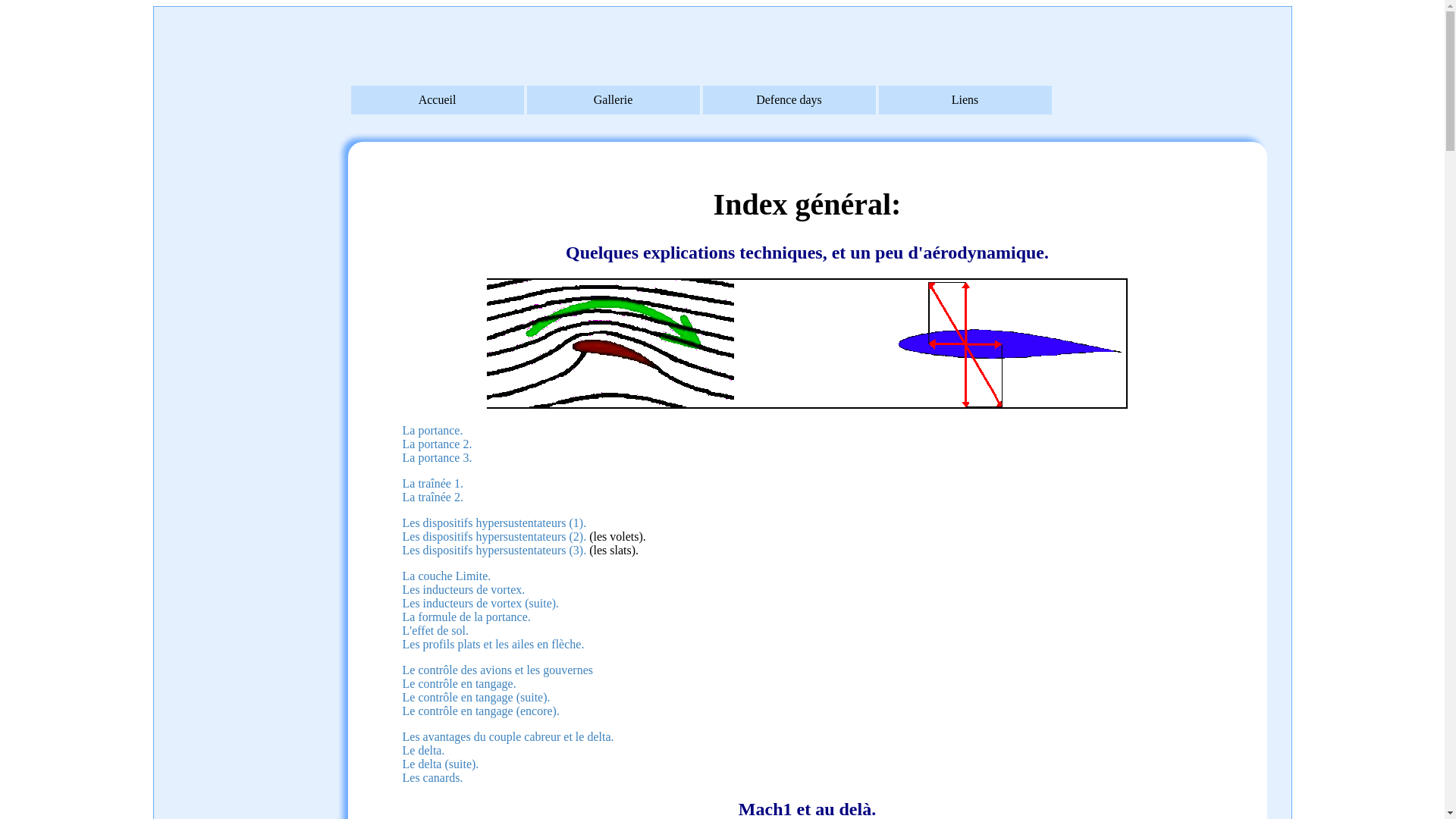 This screenshot has height=819, width=1456. I want to click on 'Liens', so click(964, 99).